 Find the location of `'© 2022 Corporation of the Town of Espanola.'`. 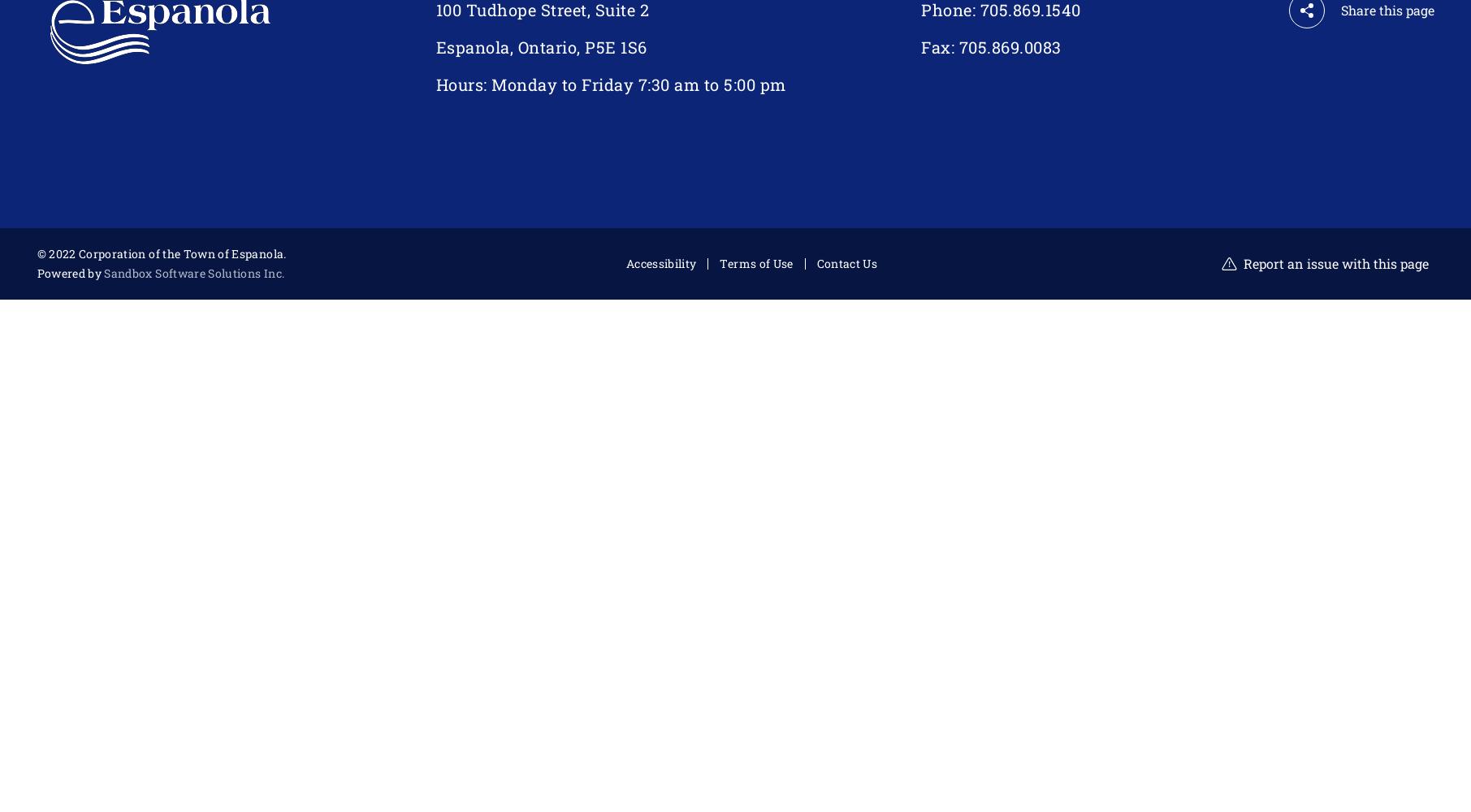

'© 2022 Corporation of the Town of Espanola.' is located at coordinates (36, 253).